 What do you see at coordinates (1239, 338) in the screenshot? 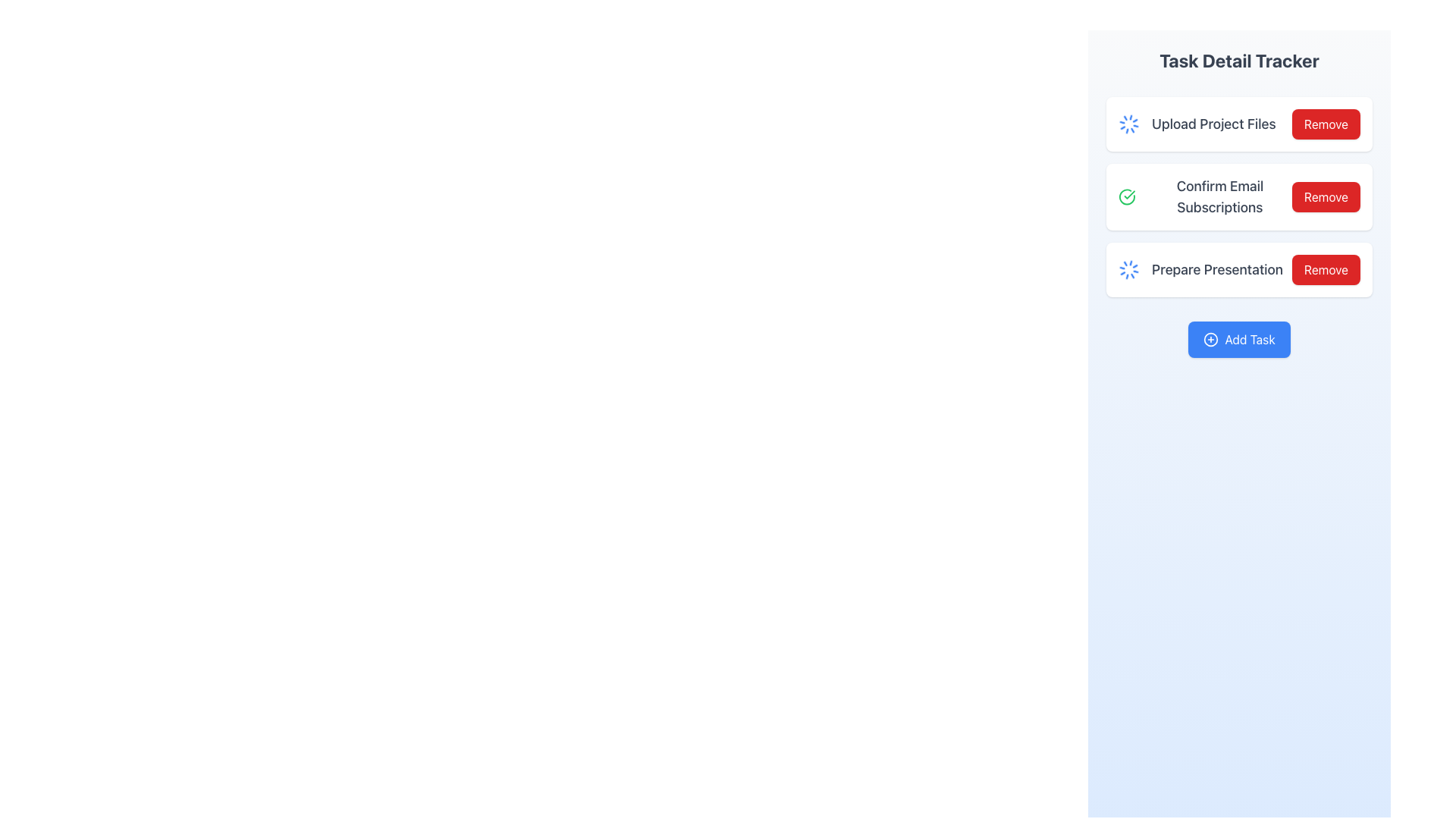
I see `the 'Add Task' button` at bounding box center [1239, 338].